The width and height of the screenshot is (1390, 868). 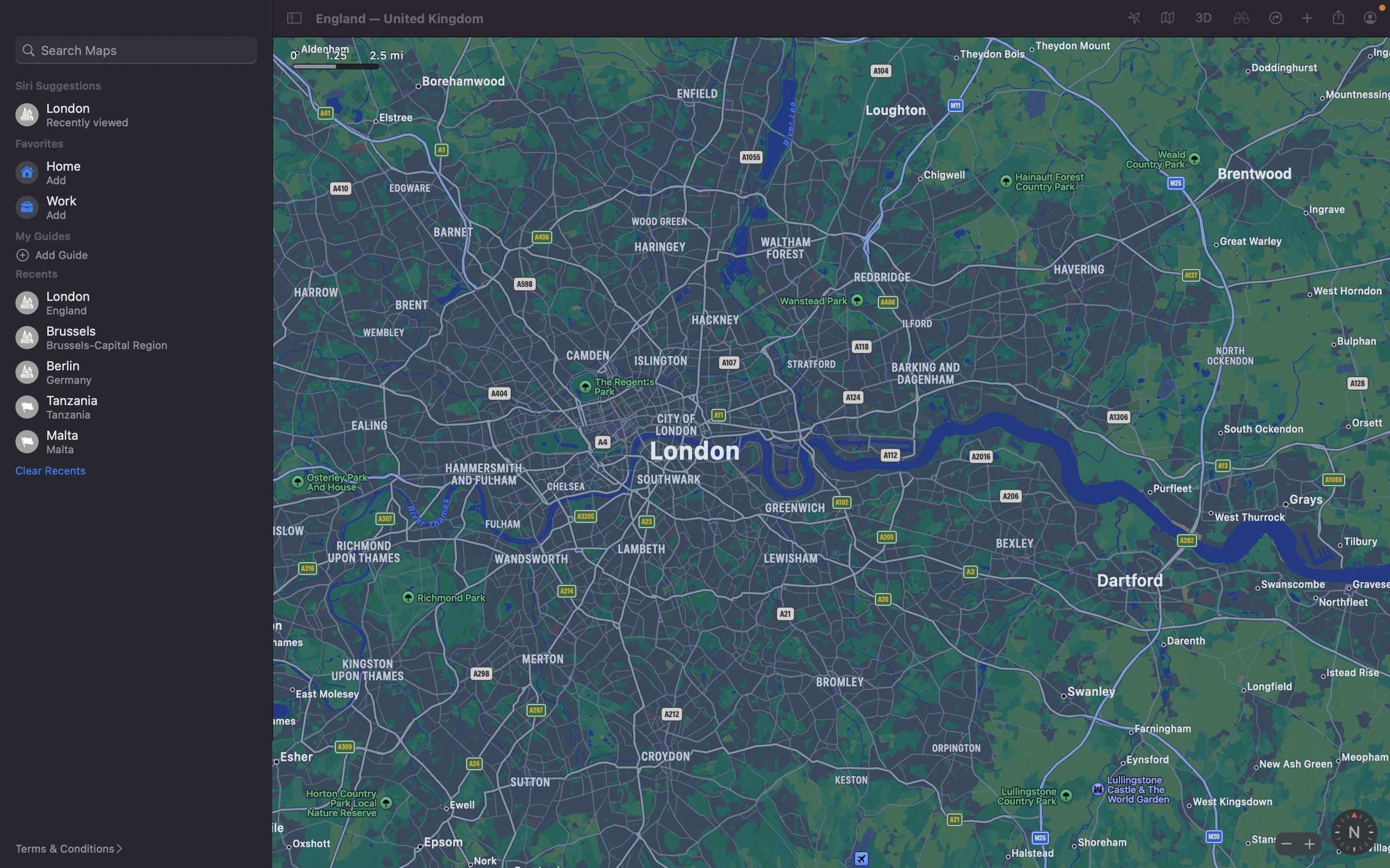 I want to click on the existent location on the map, so click(x=1241, y=18).